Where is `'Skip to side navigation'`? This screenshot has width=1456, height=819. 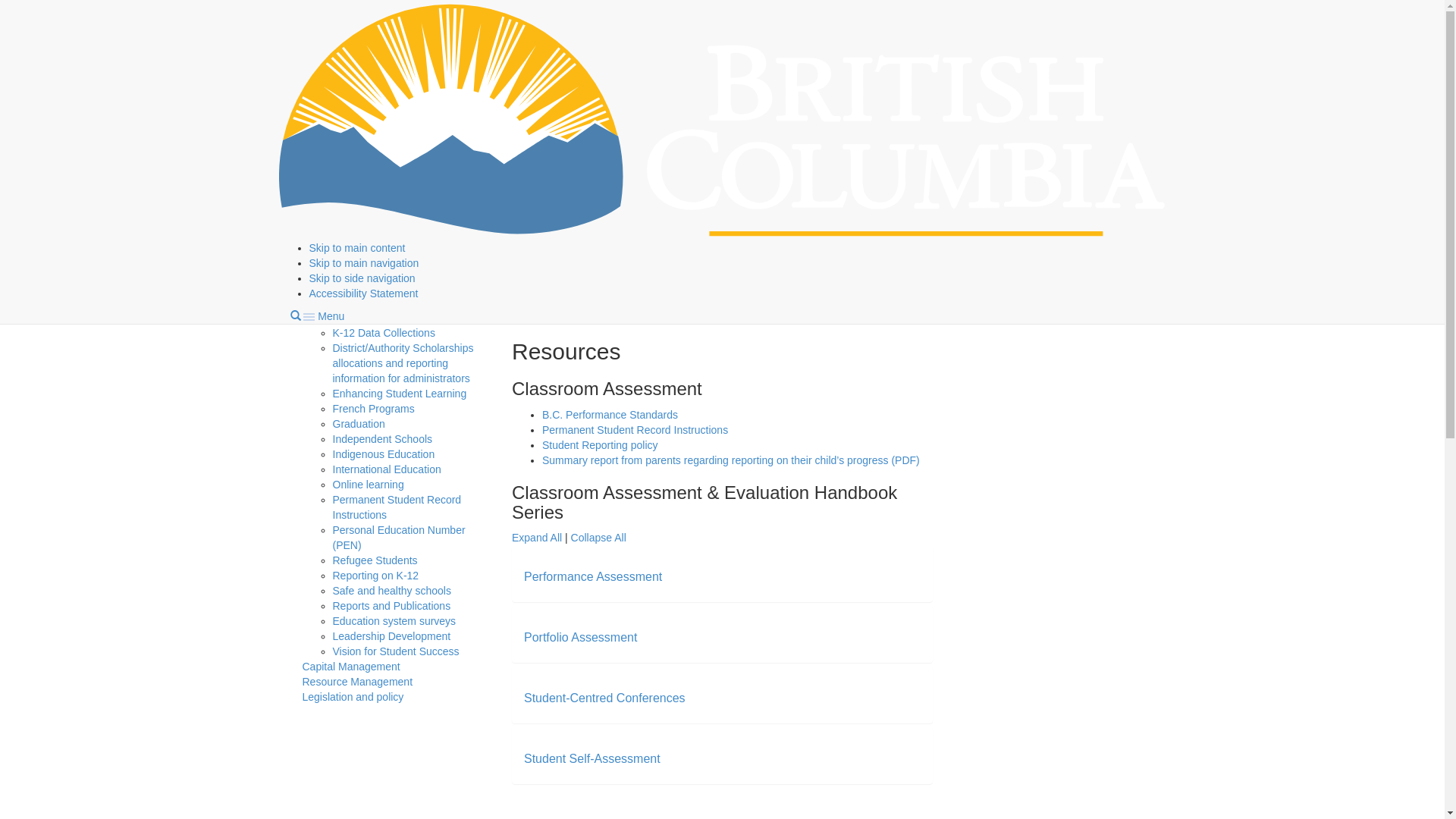
'Skip to side navigation' is located at coordinates (362, 278).